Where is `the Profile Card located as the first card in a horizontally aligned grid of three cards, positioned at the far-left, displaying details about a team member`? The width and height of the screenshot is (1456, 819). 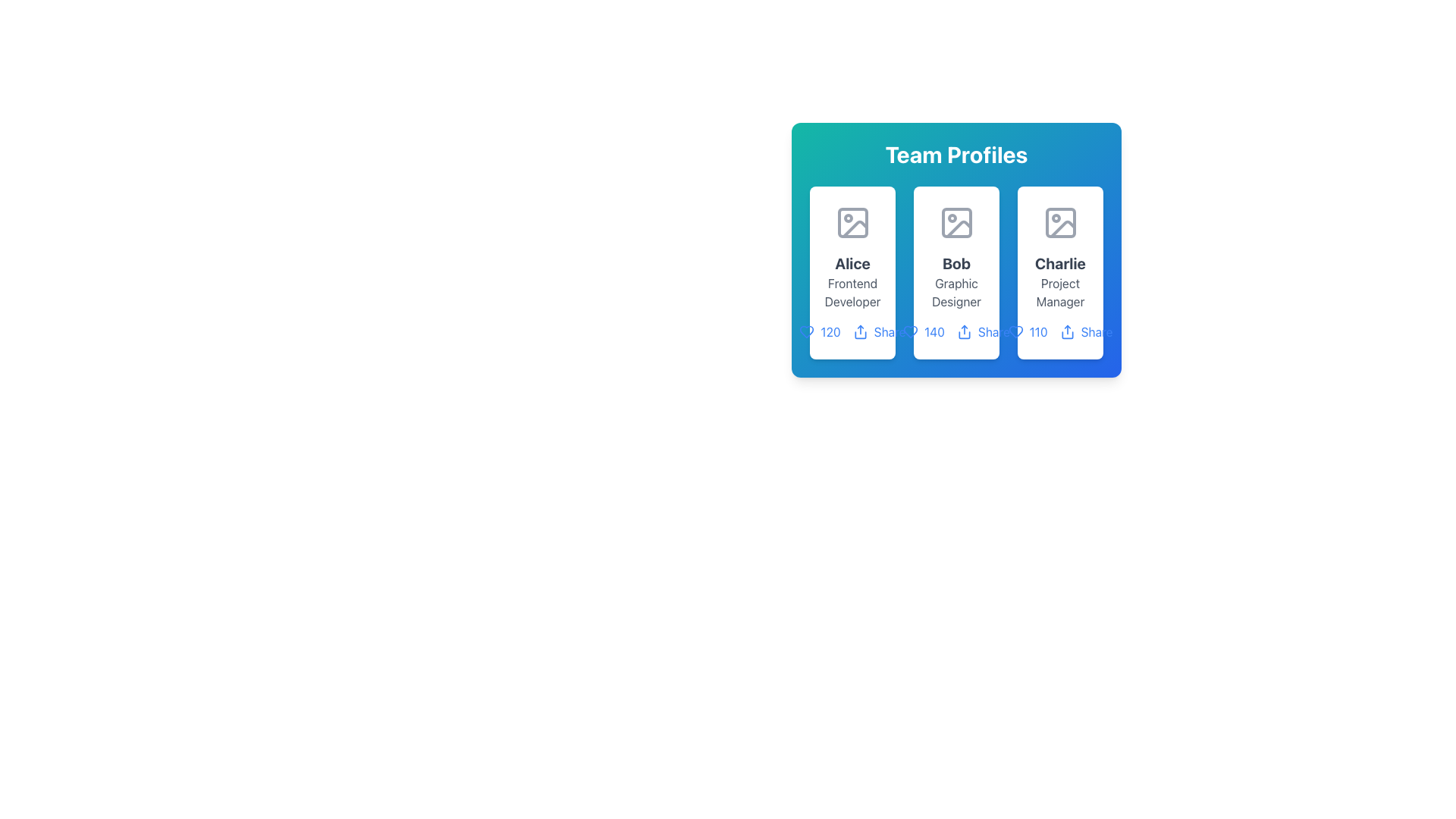 the Profile Card located as the first card in a horizontally aligned grid of three cards, positioned at the far-left, displaying details about a team member is located at coordinates (852, 271).